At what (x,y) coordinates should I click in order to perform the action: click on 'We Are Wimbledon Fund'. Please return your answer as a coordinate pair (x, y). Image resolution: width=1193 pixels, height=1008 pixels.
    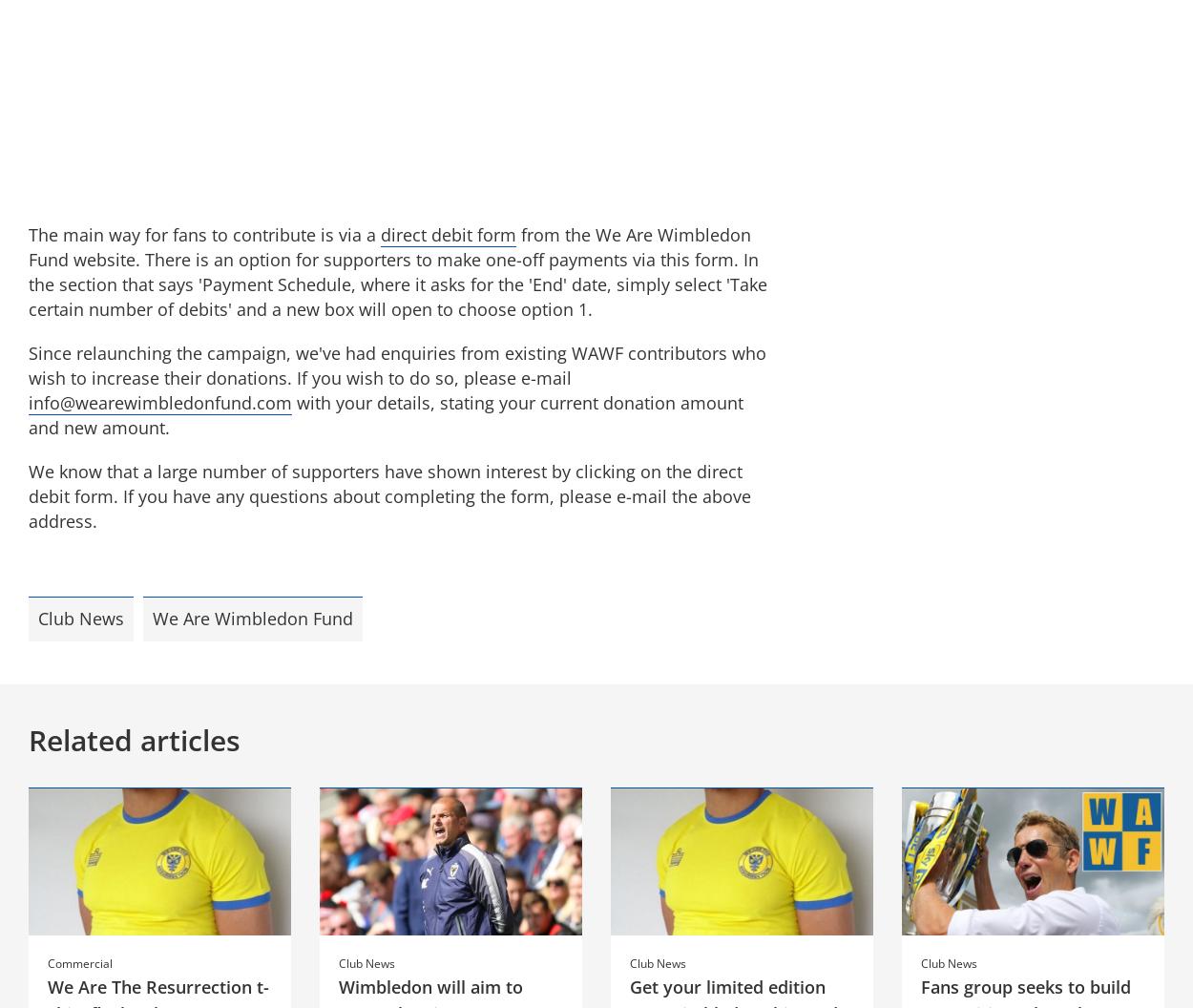
    Looking at the image, I should click on (253, 617).